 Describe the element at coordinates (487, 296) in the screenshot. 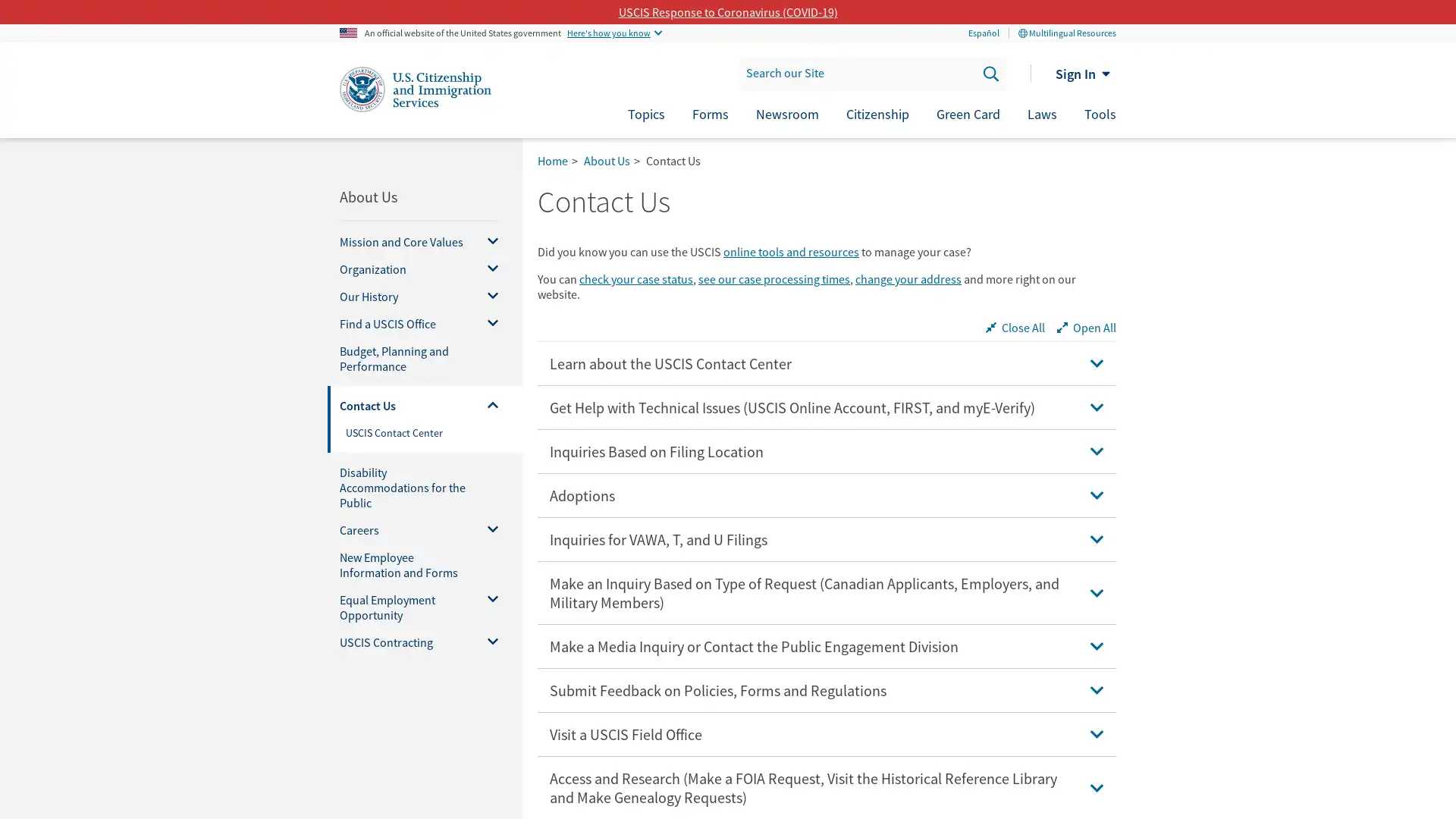

I see `Toggle menu for Our History` at that location.